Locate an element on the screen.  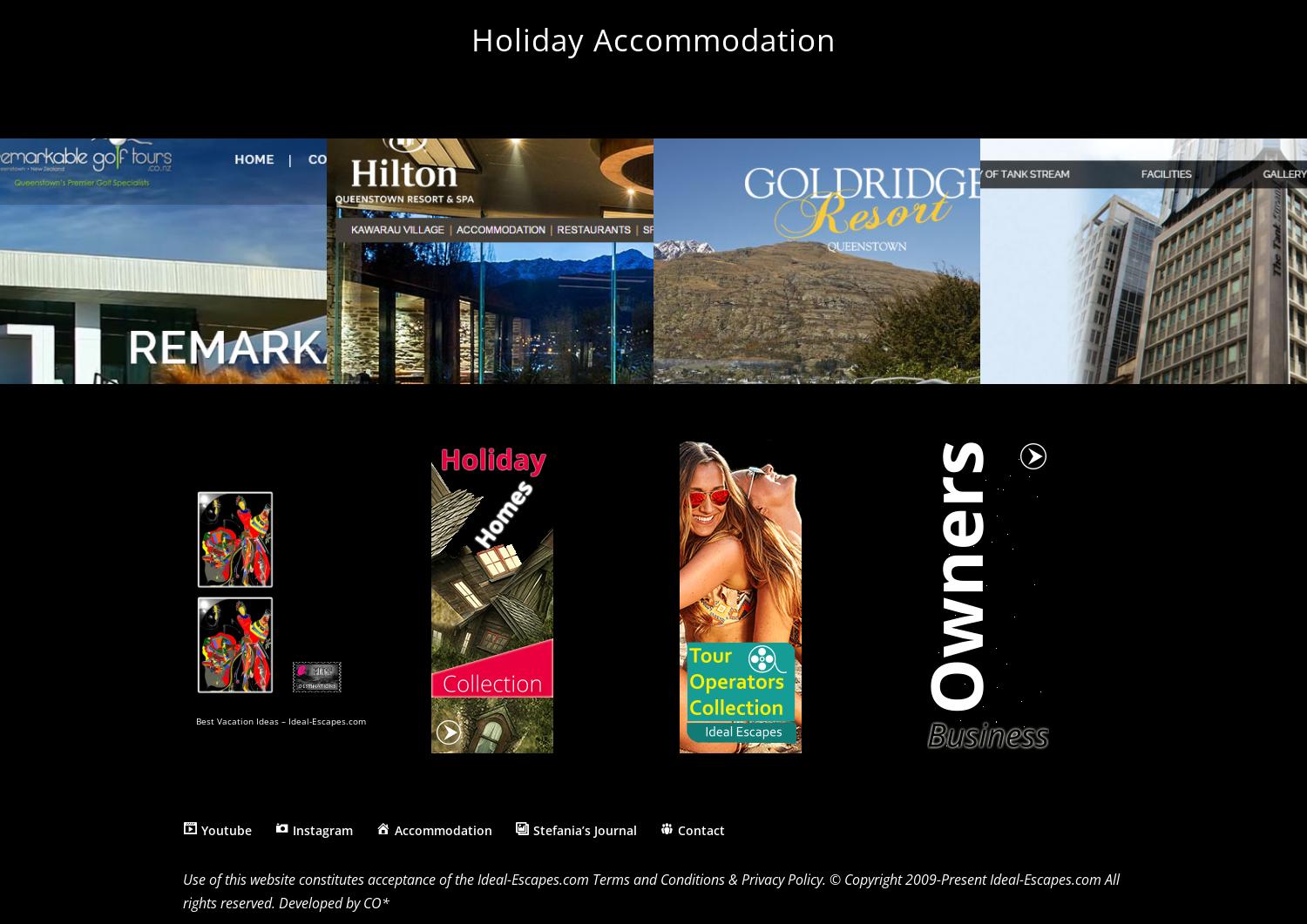
'Use of this website constitutes acceptance of the Ideal-Escapes.com' is located at coordinates (387, 878).